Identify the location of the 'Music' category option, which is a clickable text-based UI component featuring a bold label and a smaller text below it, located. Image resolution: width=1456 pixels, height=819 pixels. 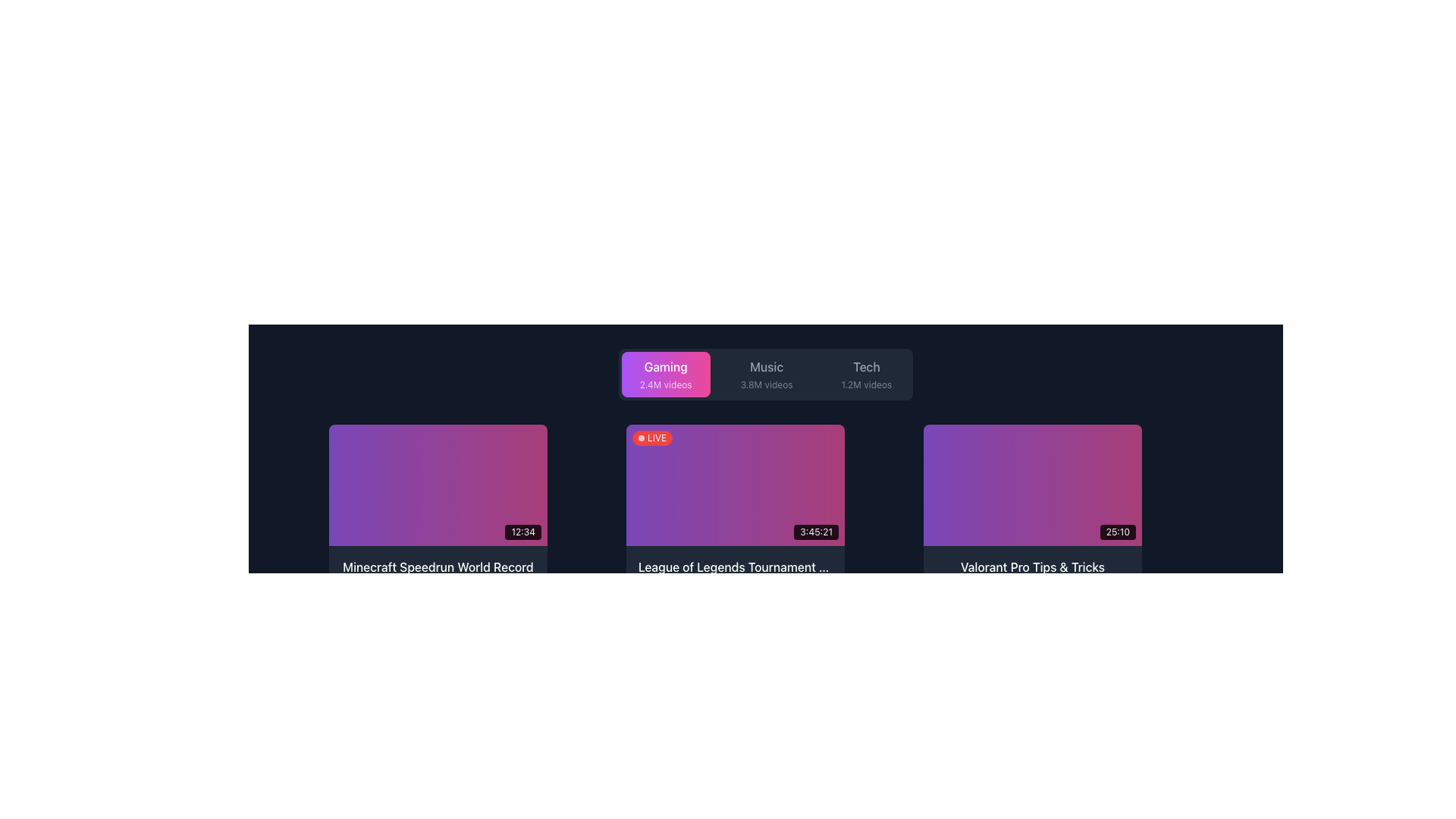
(767, 374).